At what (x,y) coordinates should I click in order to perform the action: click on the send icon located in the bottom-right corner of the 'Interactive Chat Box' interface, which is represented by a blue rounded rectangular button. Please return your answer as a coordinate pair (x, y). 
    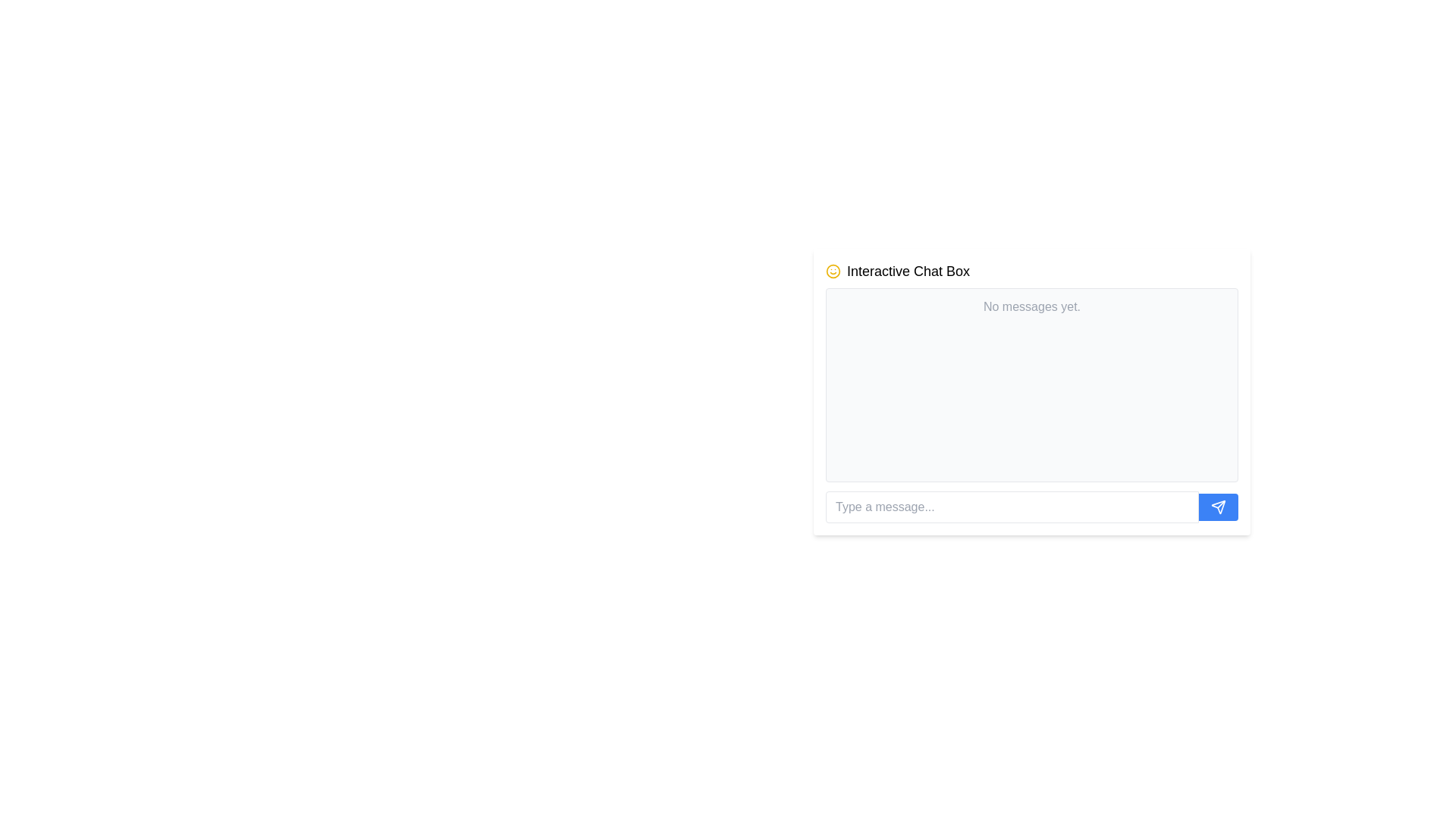
    Looking at the image, I should click on (1219, 507).